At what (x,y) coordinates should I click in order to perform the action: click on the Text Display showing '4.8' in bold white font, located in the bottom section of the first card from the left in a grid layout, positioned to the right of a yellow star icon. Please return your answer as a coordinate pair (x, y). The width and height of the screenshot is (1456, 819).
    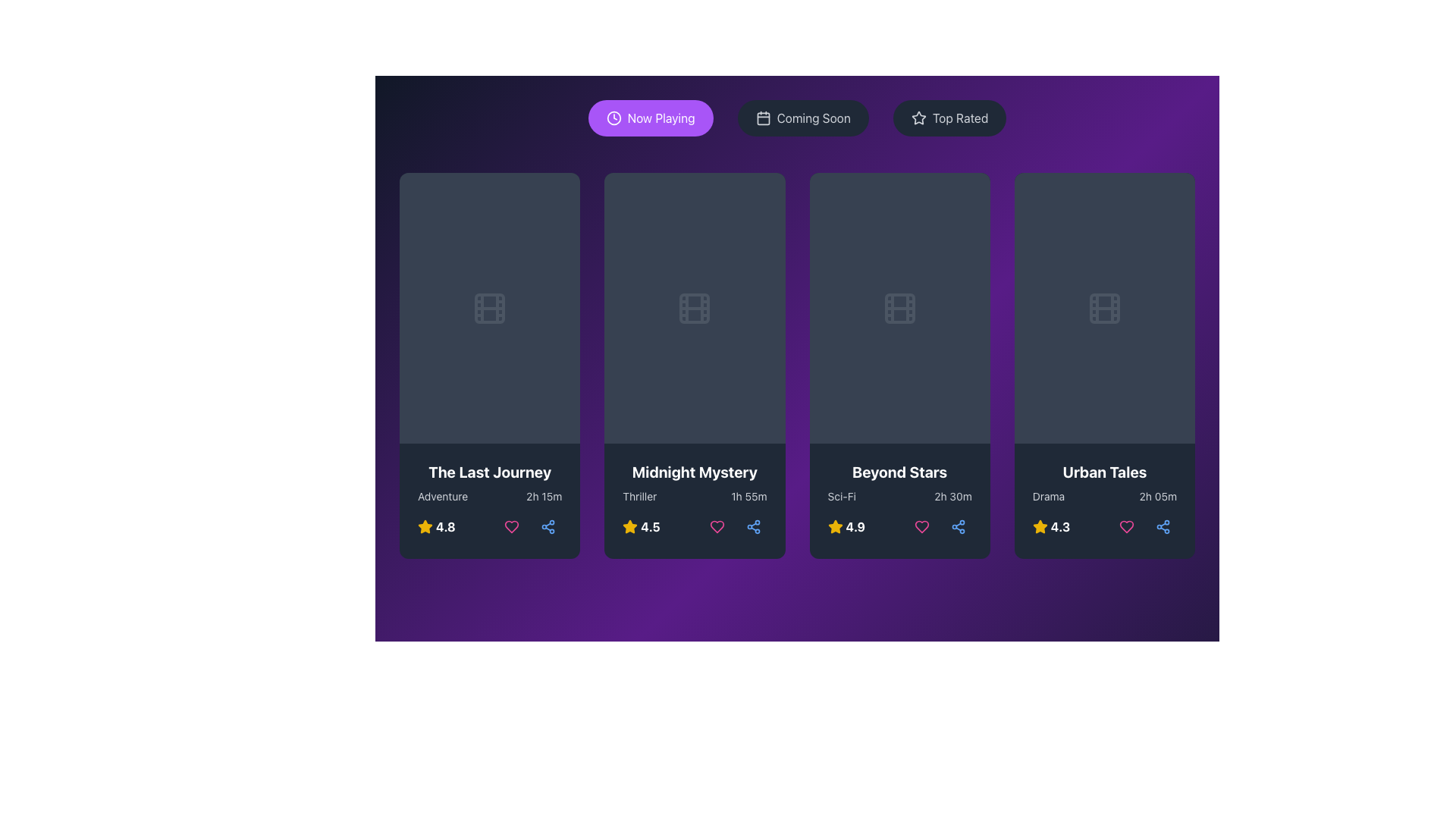
    Looking at the image, I should click on (444, 526).